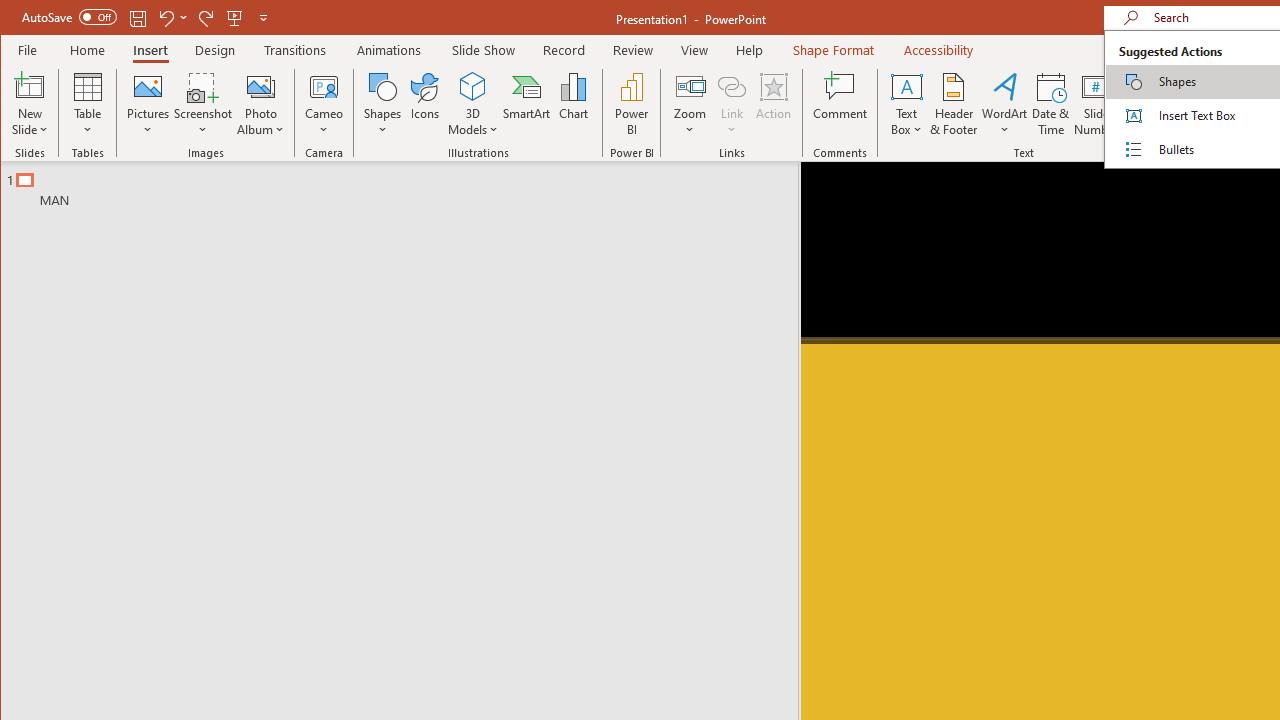 Image resolution: width=1280 pixels, height=720 pixels. What do you see at coordinates (260, 85) in the screenshot?
I see `'New Photo Album...'` at bounding box center [260, 85].